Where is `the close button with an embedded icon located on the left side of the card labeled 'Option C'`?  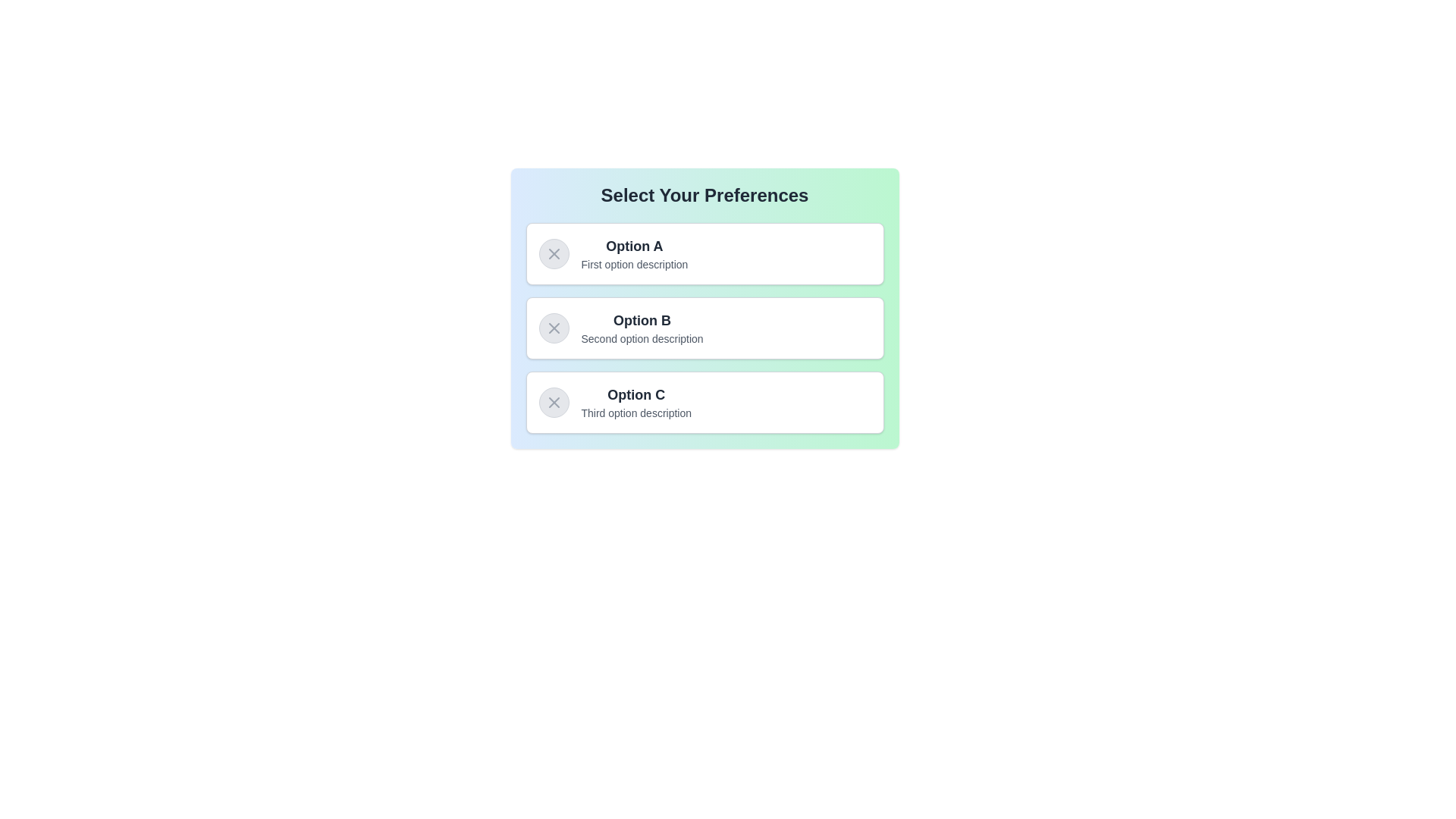
the close button with an embedded icon located on the left side of the card labeled 'Option C' is located at coordinates (553, 402).